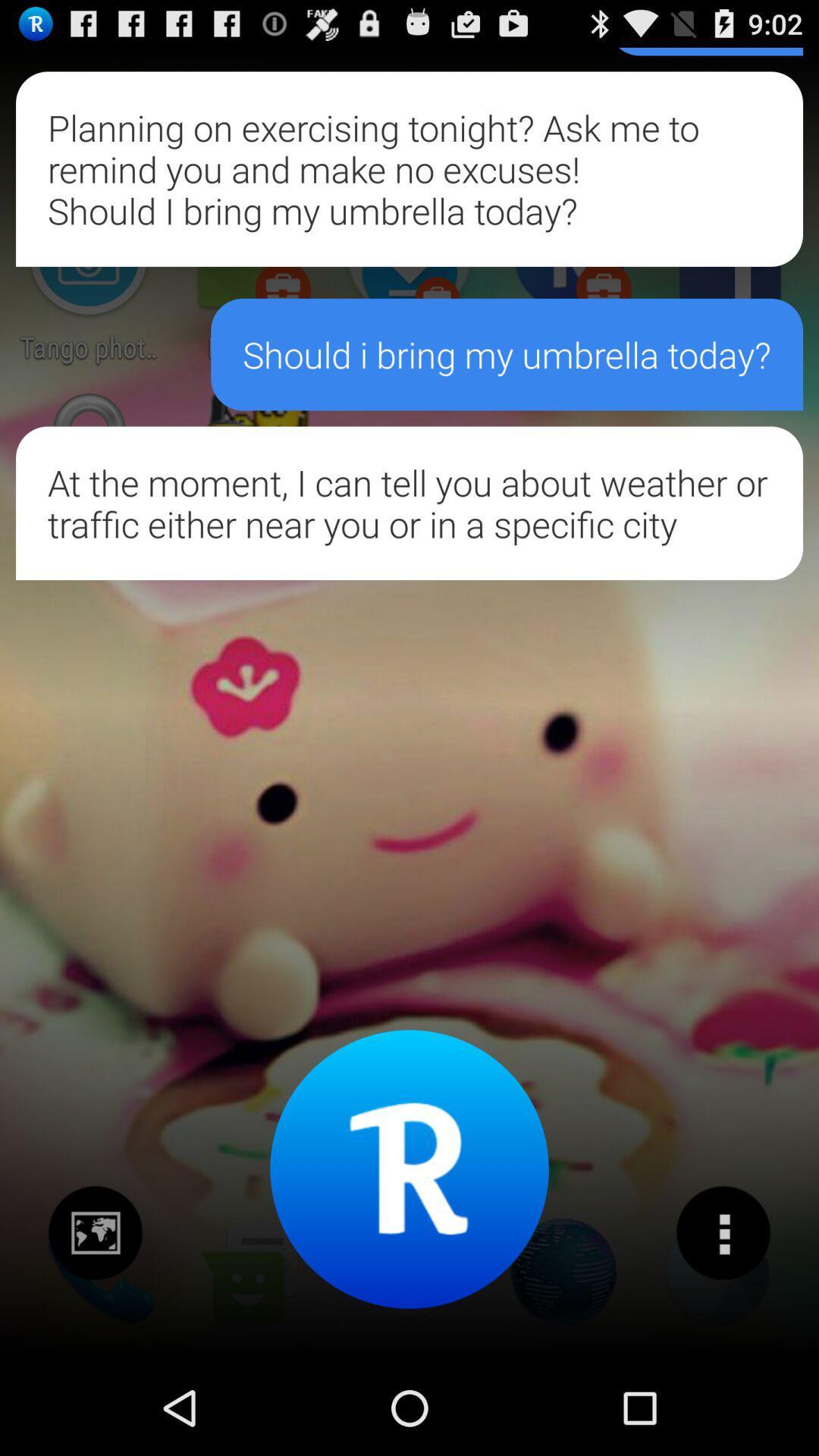 The image size is (819, 1456). Describe the element at coordinates (722, 1233) in the screenshot. I see `open menu` at that location.